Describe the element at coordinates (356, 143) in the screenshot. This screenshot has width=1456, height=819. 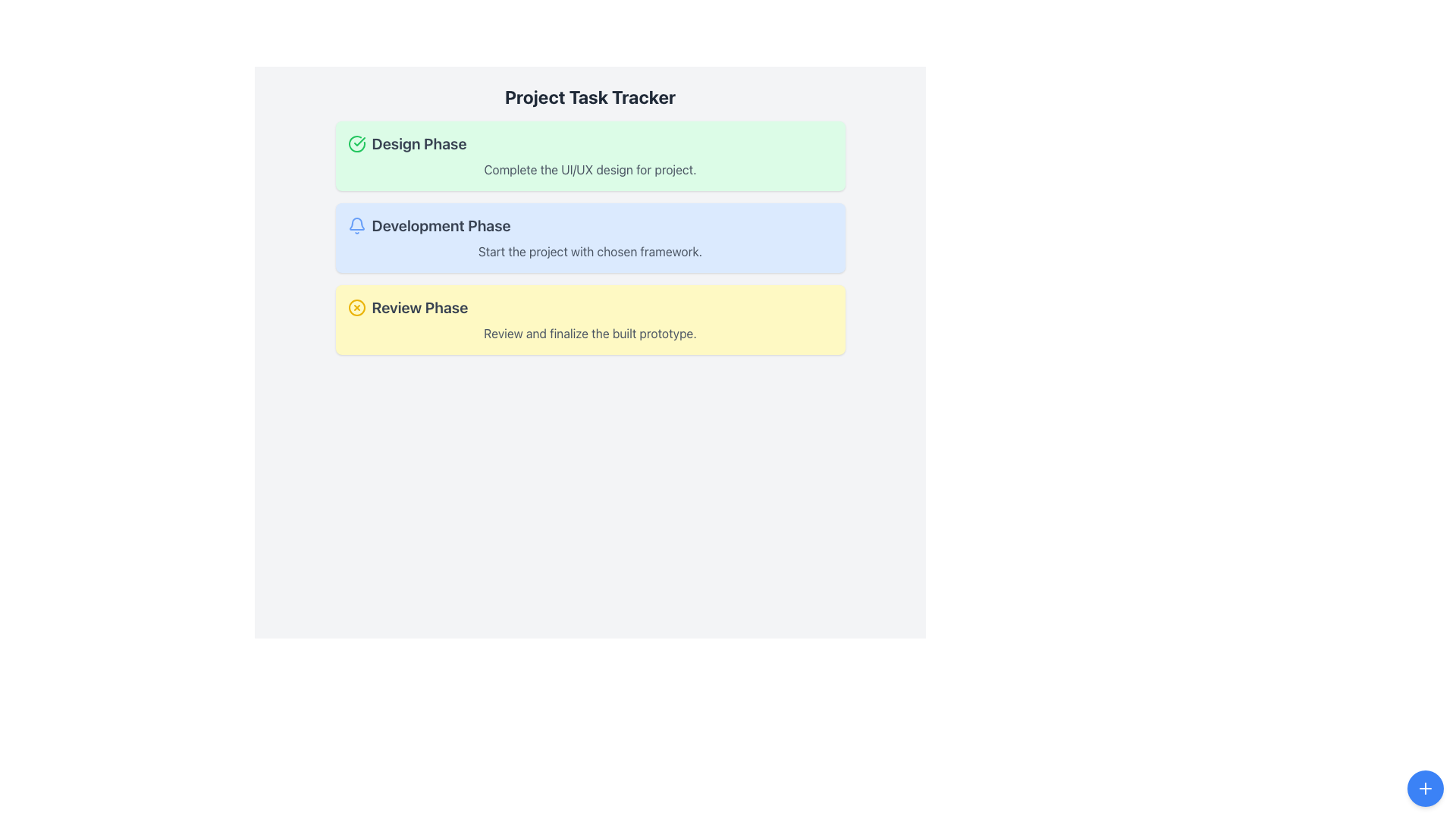
I see `the status of the completion indicator icon for the 'Design Phase' task, which is located to the left of the 'Design Phase' text in the 'Project Task Tracker' layout` at that location.